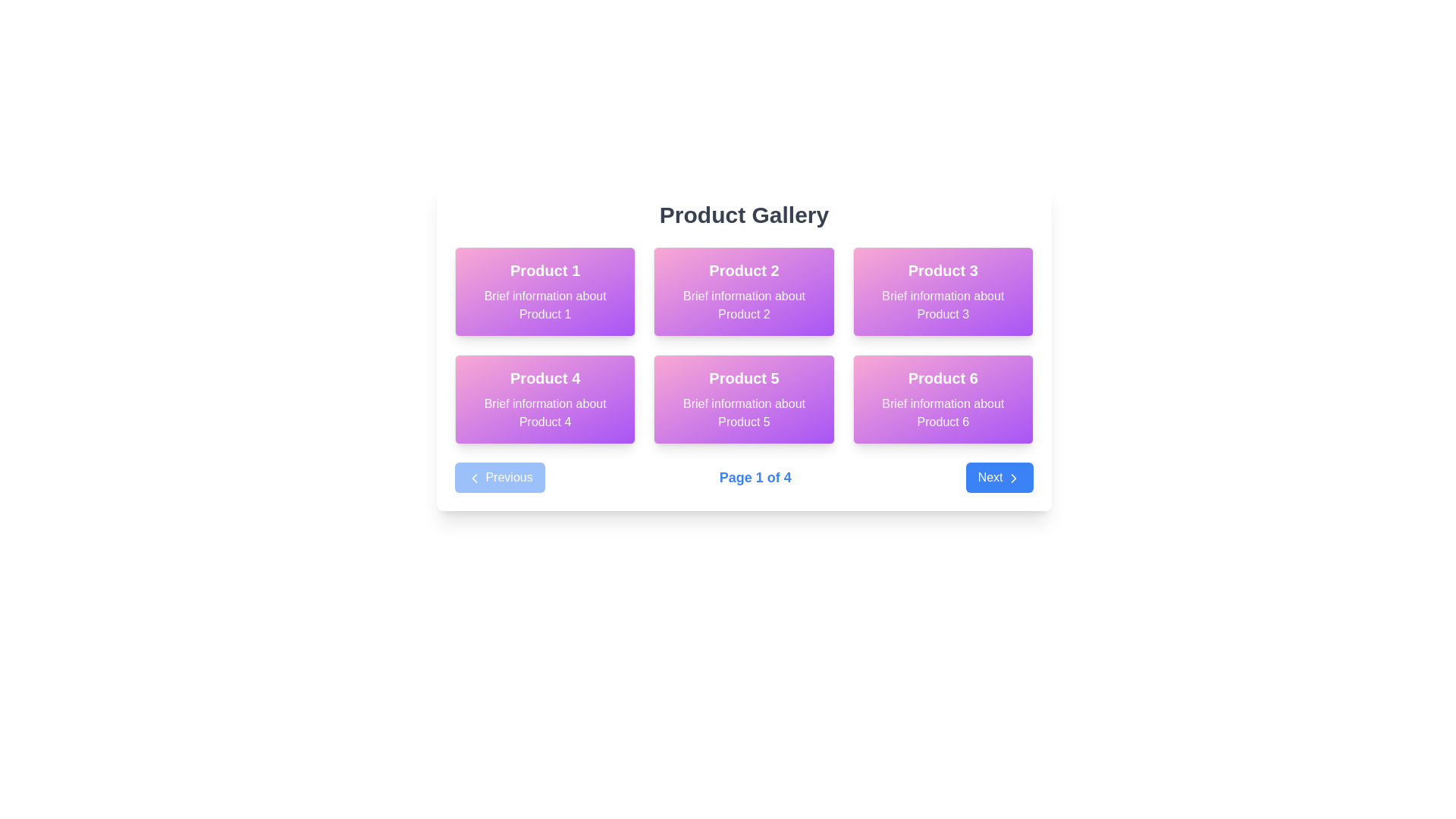 The height and width of the screenshot is (819, 1456). Describe the element at coordinates (545, 413) in the screenshot. I see `descriptive text 'Brief information about Product 4' located in the bottom section of the card labeled 'Product 4', which is styled with a gradient from pink to purple` at that location.